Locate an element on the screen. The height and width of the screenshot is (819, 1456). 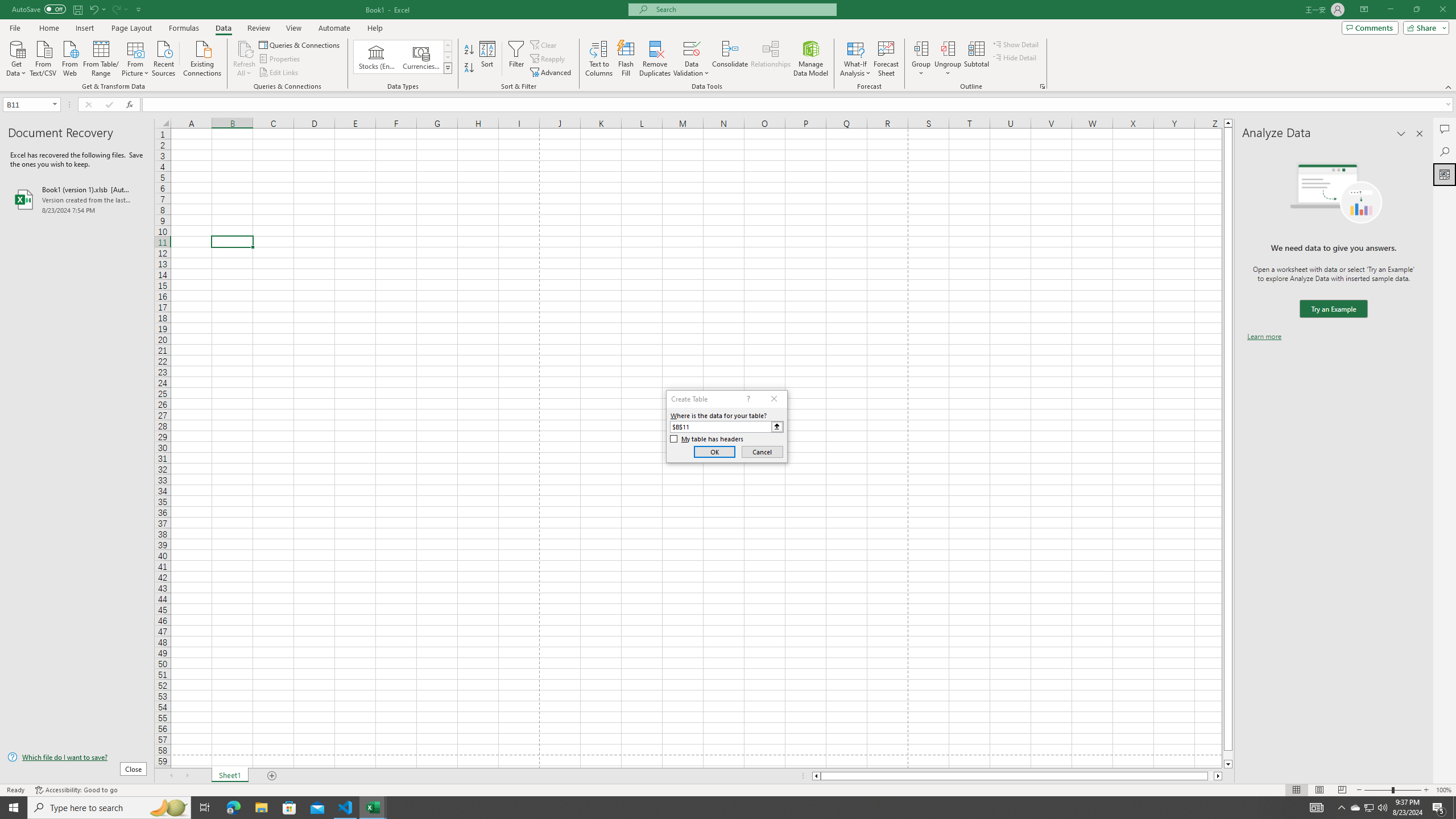
'Analyze Data' is located at coordinates (1444, 174).